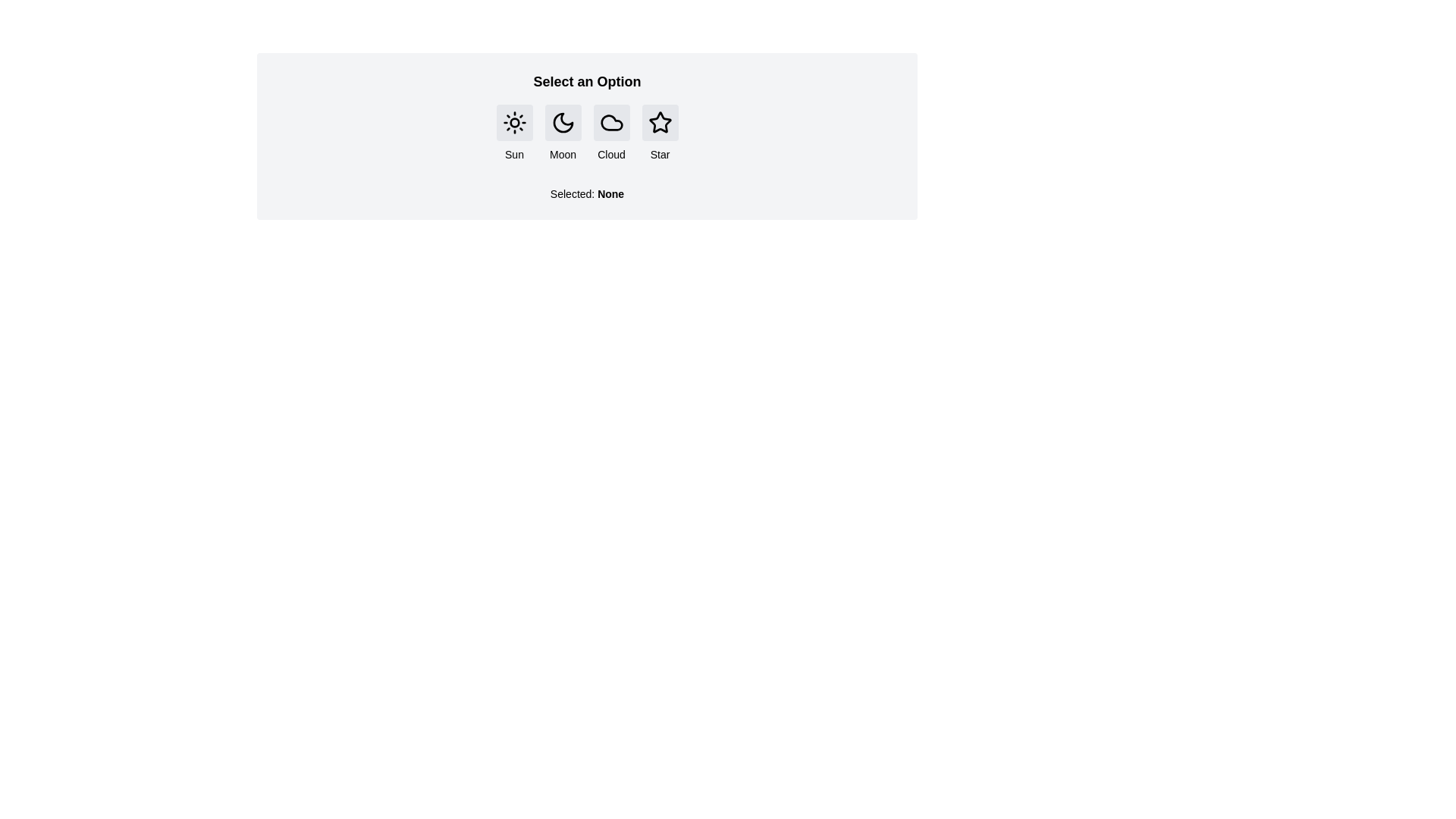 The width and height of the screenshot is (1456, 819). What do you see at coordinates (562, 122) in the screenshot?
I see `the selectable button for the 'Moon' option located in the second position from the left under the 'Select an Option' heading` at bounding box center [562, 122].